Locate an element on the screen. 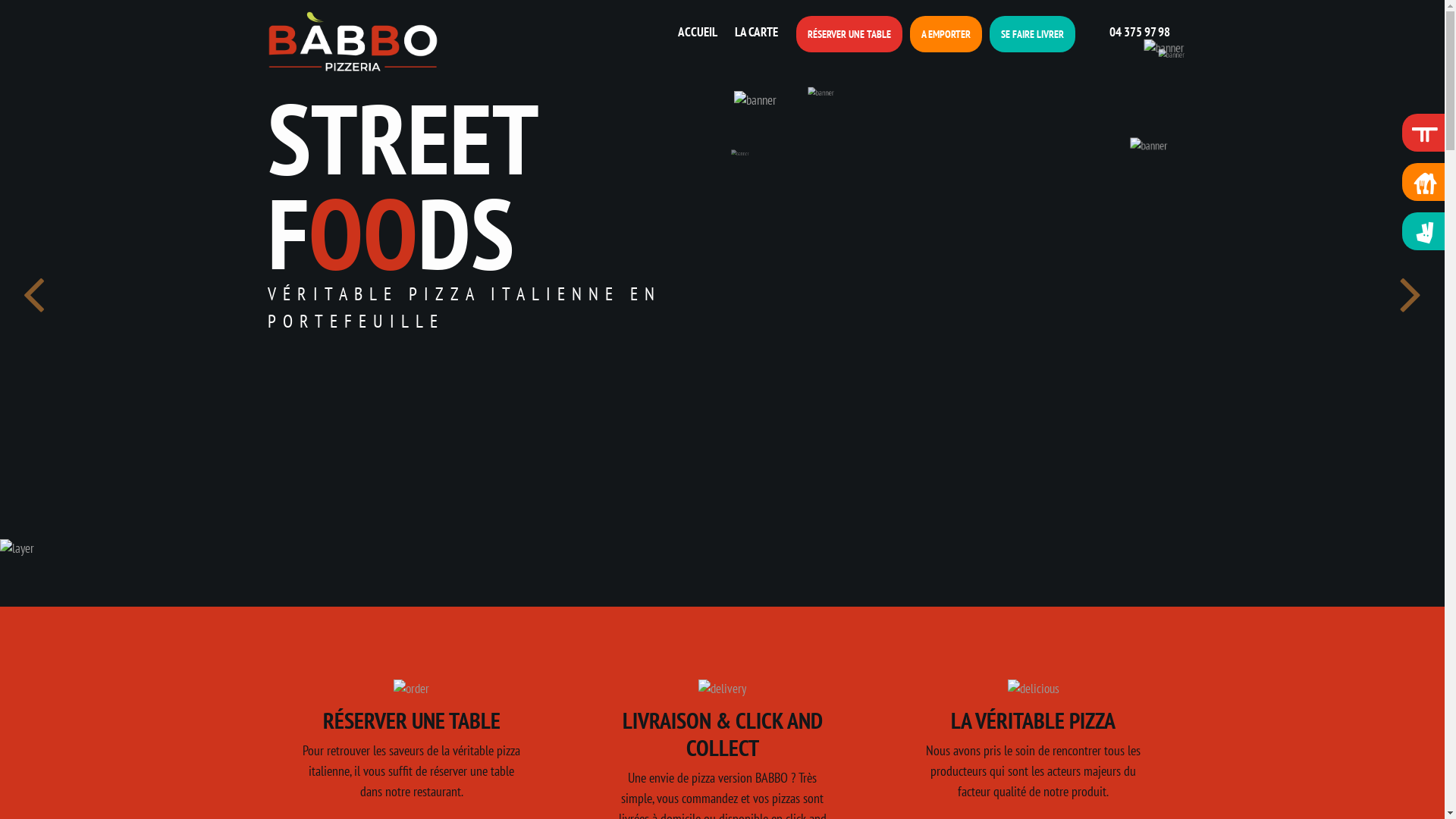 This screenshot has height=819, width=1456. '04 375 97 98' is located at coordinates (1126, 31).